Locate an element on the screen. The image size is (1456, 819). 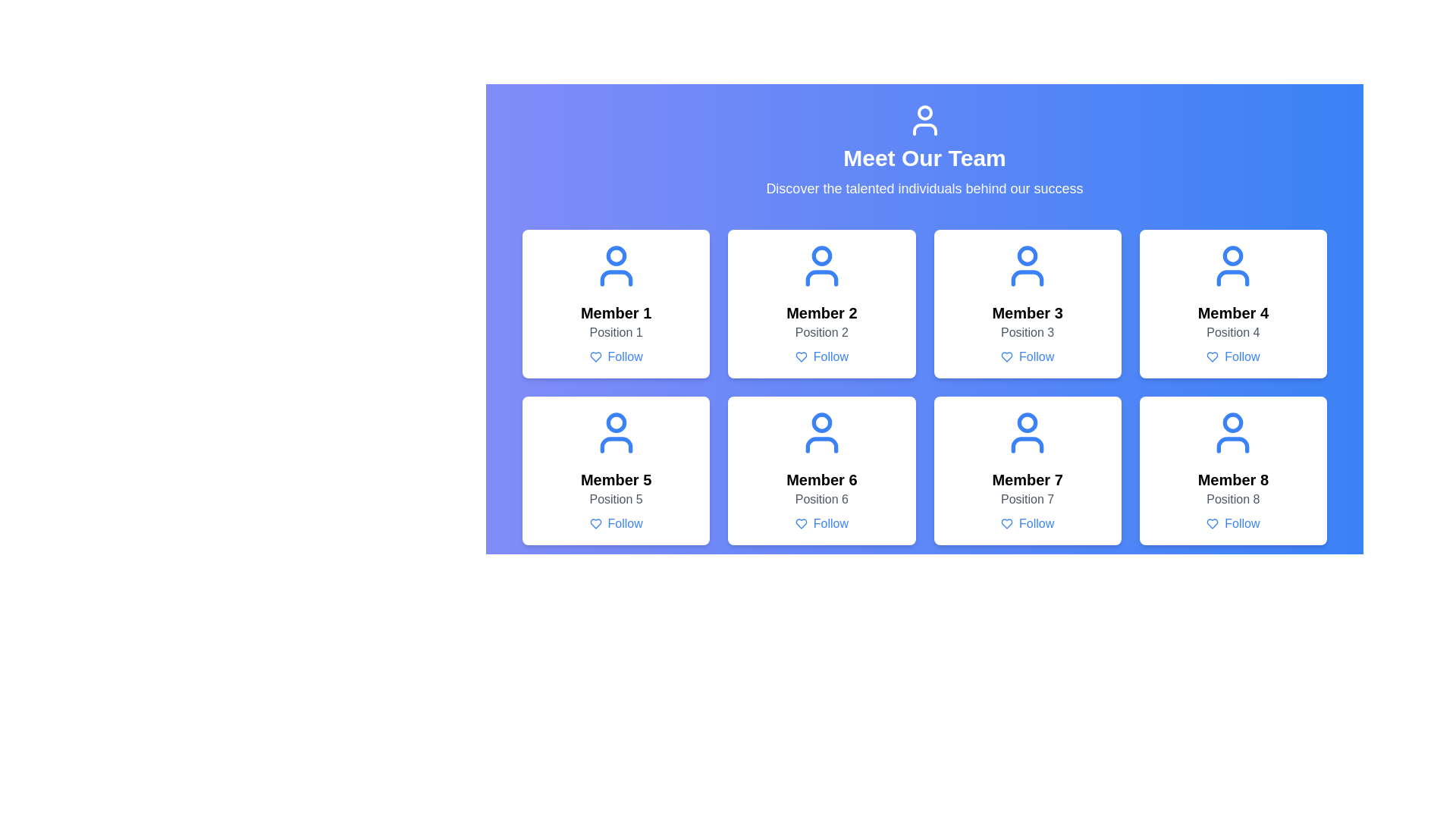
the Text Display element that serves as the title or name of a member in the grid layout, located in the second row and first column of the card structure is located at coordinates (616, 479).